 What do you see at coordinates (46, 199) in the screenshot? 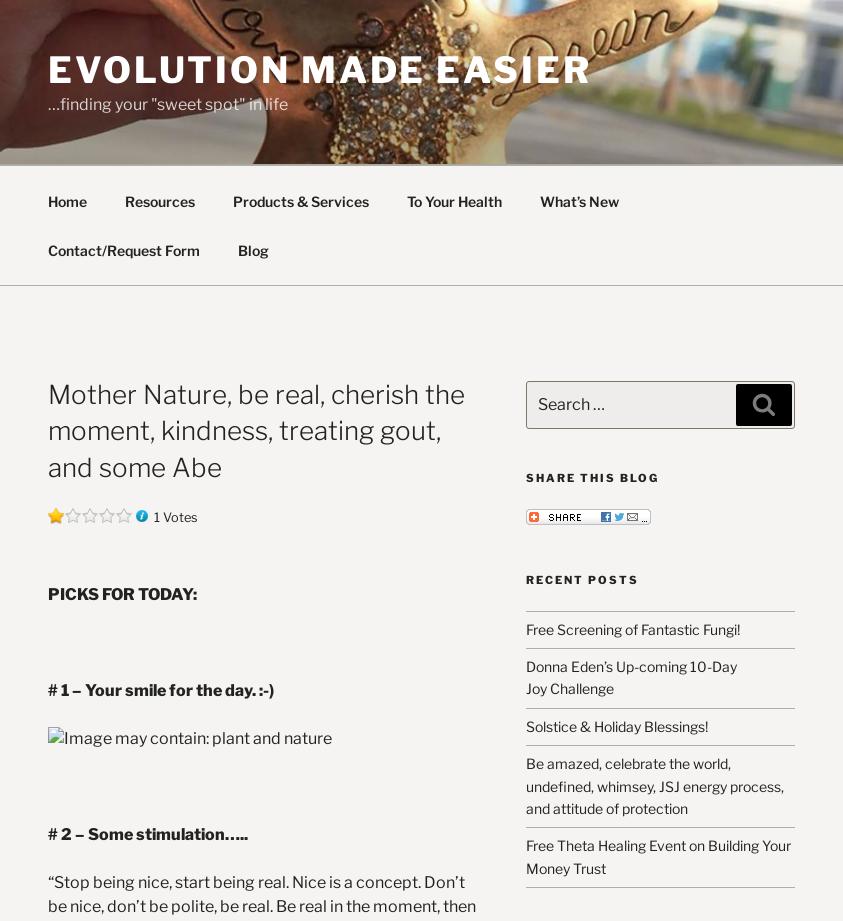
I see `'Home'` at bounding box center [46, 199].